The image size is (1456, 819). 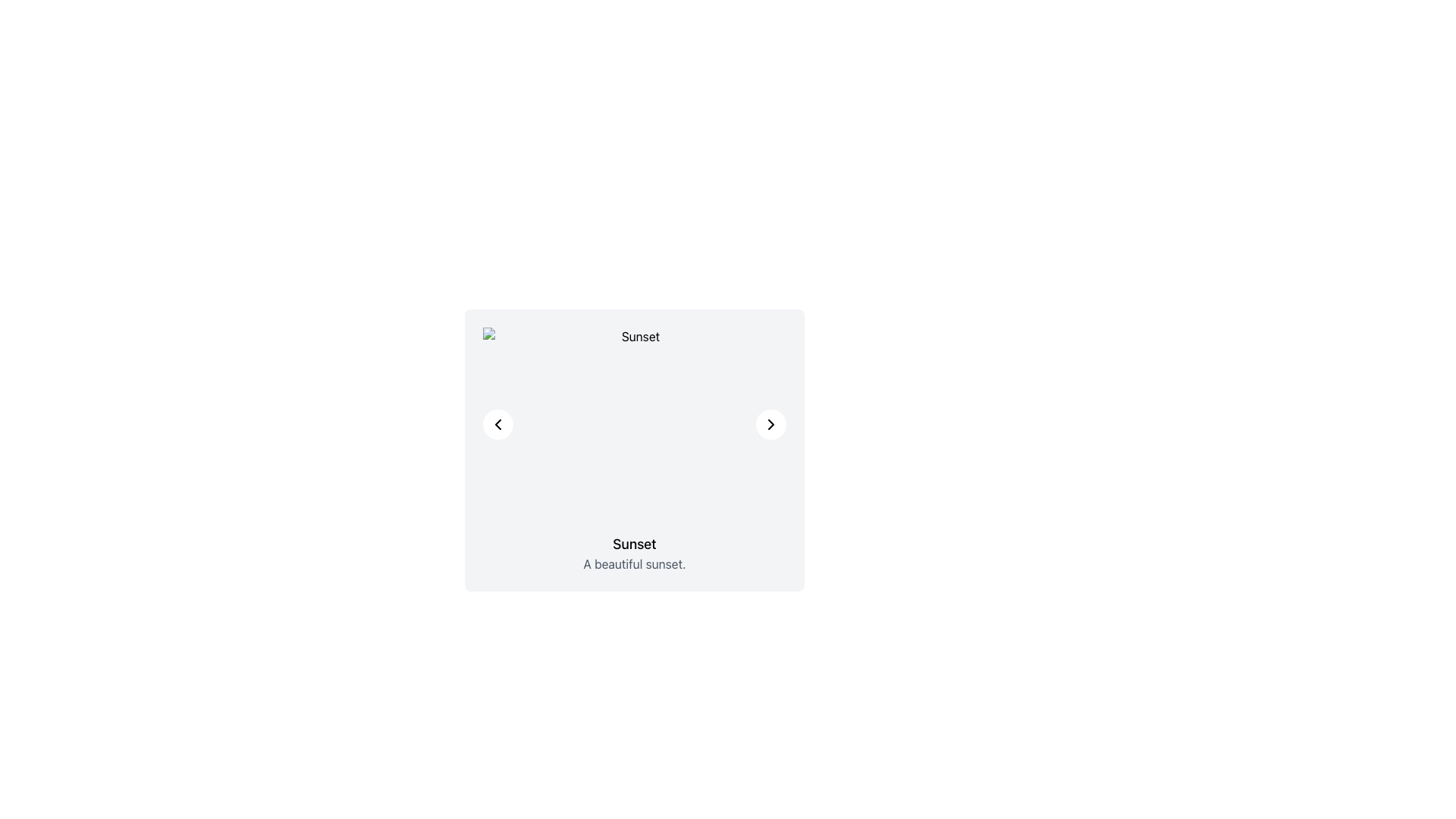 What do you see at coordinates (771, 424) in the screenshot?
I see `the right-side rounded button icon on the card component` at bounding box center [771, 424].